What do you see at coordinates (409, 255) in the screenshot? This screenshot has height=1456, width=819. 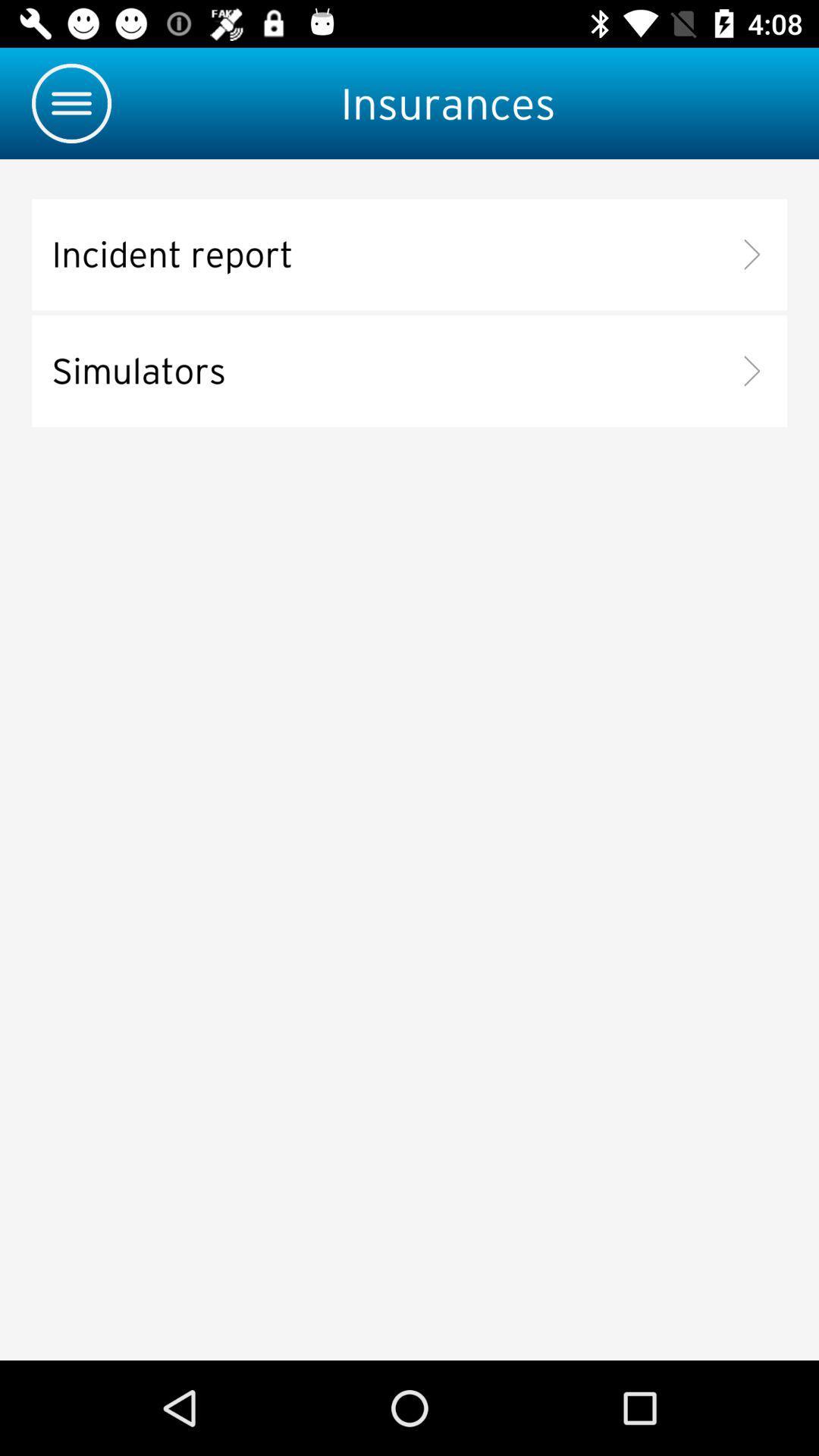 I see `to file a report` at bounding box center [409, 255].